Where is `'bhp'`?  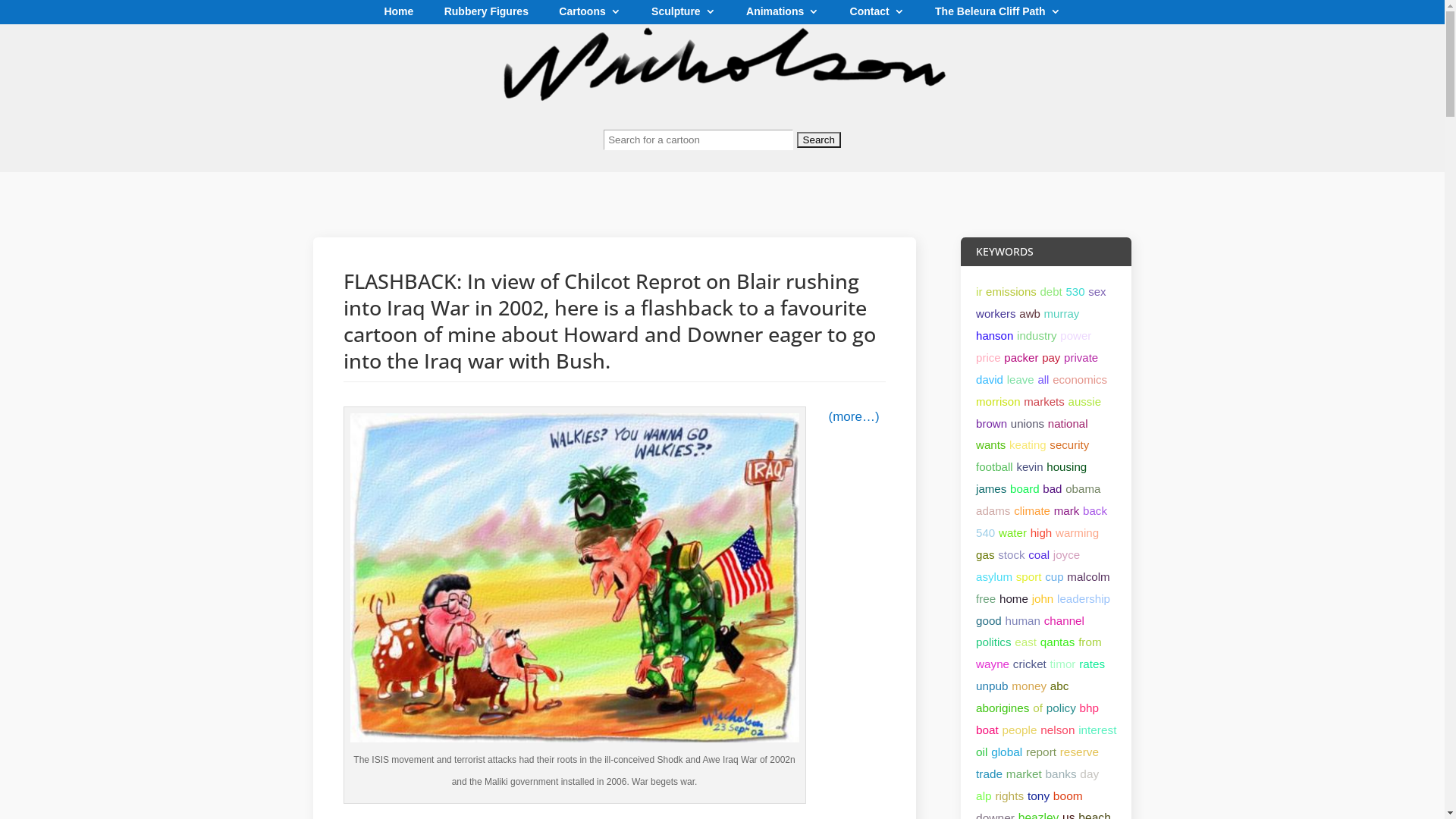 'bhp' is located at coordinates (1088, 708).